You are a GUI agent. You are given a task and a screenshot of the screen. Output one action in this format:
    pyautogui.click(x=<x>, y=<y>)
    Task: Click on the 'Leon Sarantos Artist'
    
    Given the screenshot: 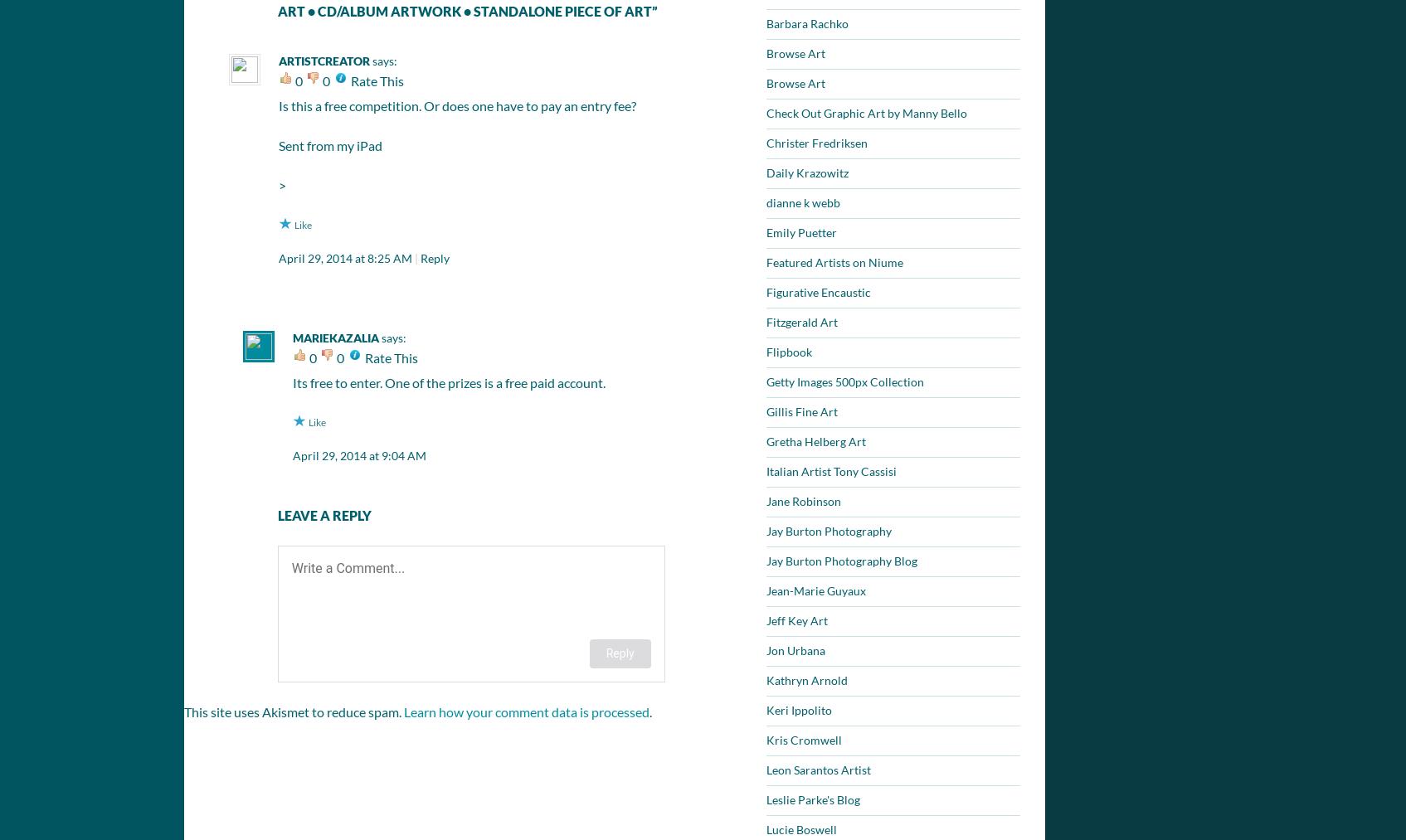 What is the action you would take?
    pyautogui.click(x=766, y=770)
    